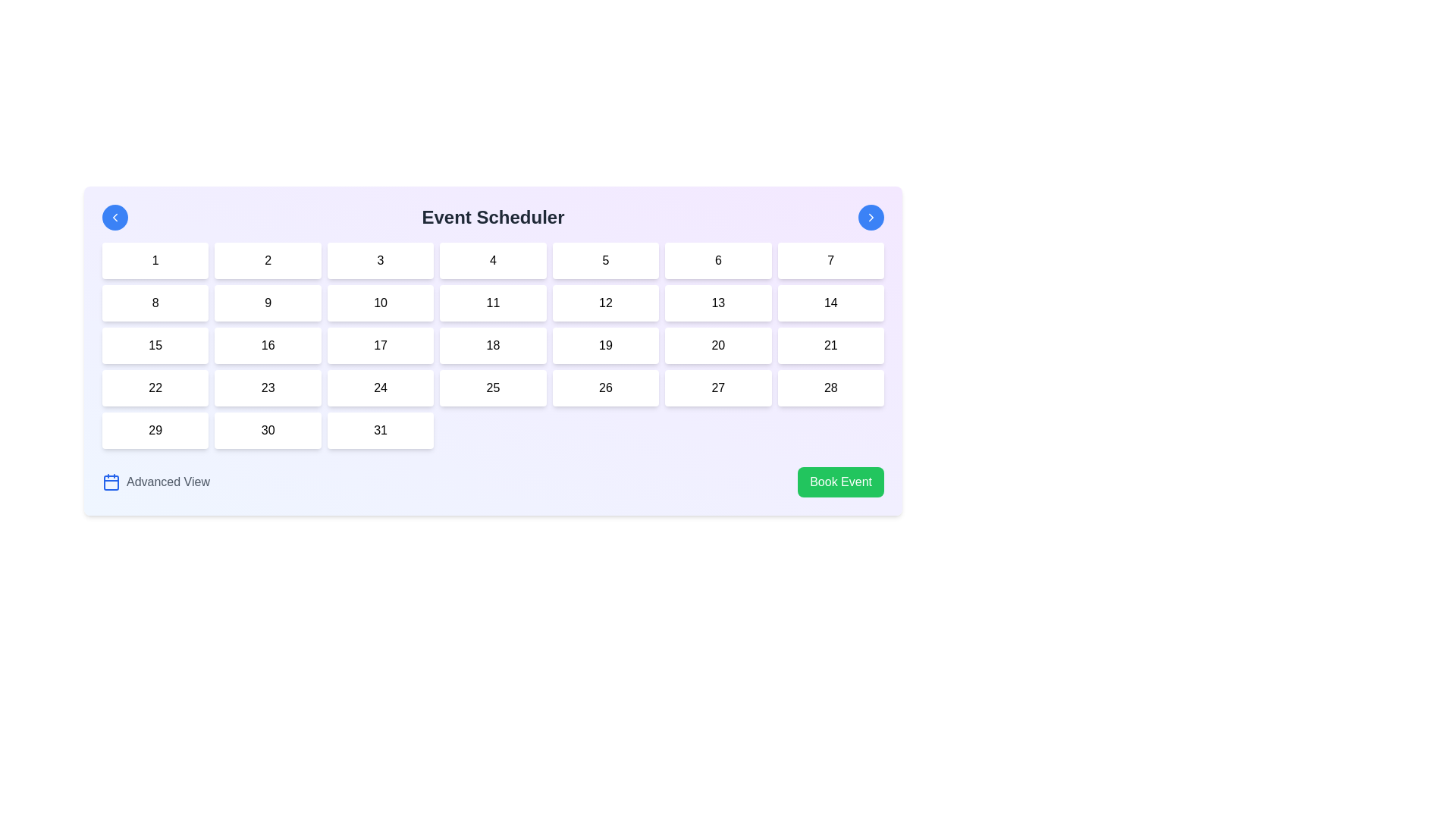  Describe the element at coordinates (268, 345) in the screenshot. I see `the button labeled '16' which is styled with a white background and rounded corners, located in the third row and second column of the grid layout` at that location.